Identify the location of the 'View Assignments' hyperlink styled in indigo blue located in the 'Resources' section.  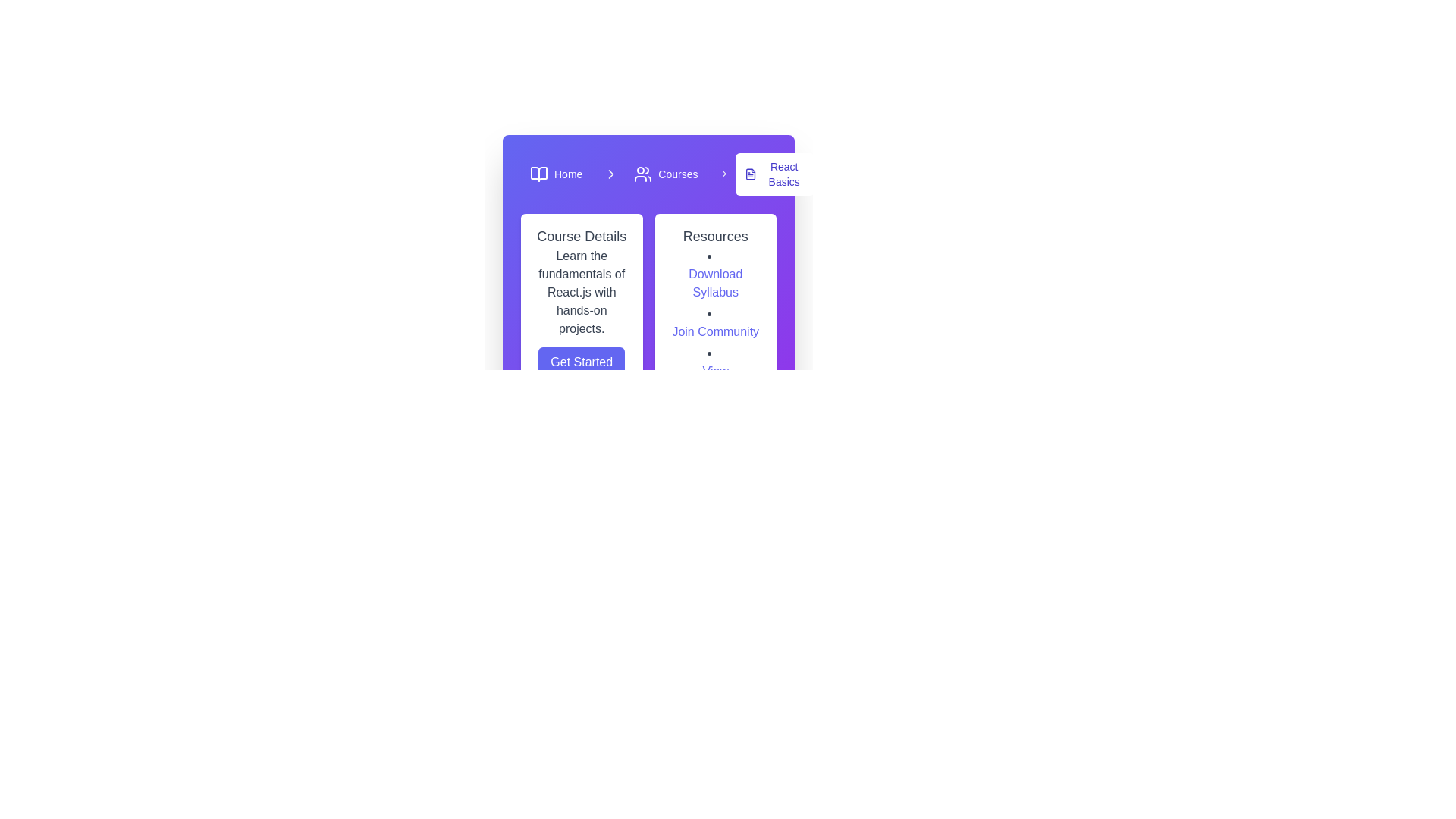
(714, 379).